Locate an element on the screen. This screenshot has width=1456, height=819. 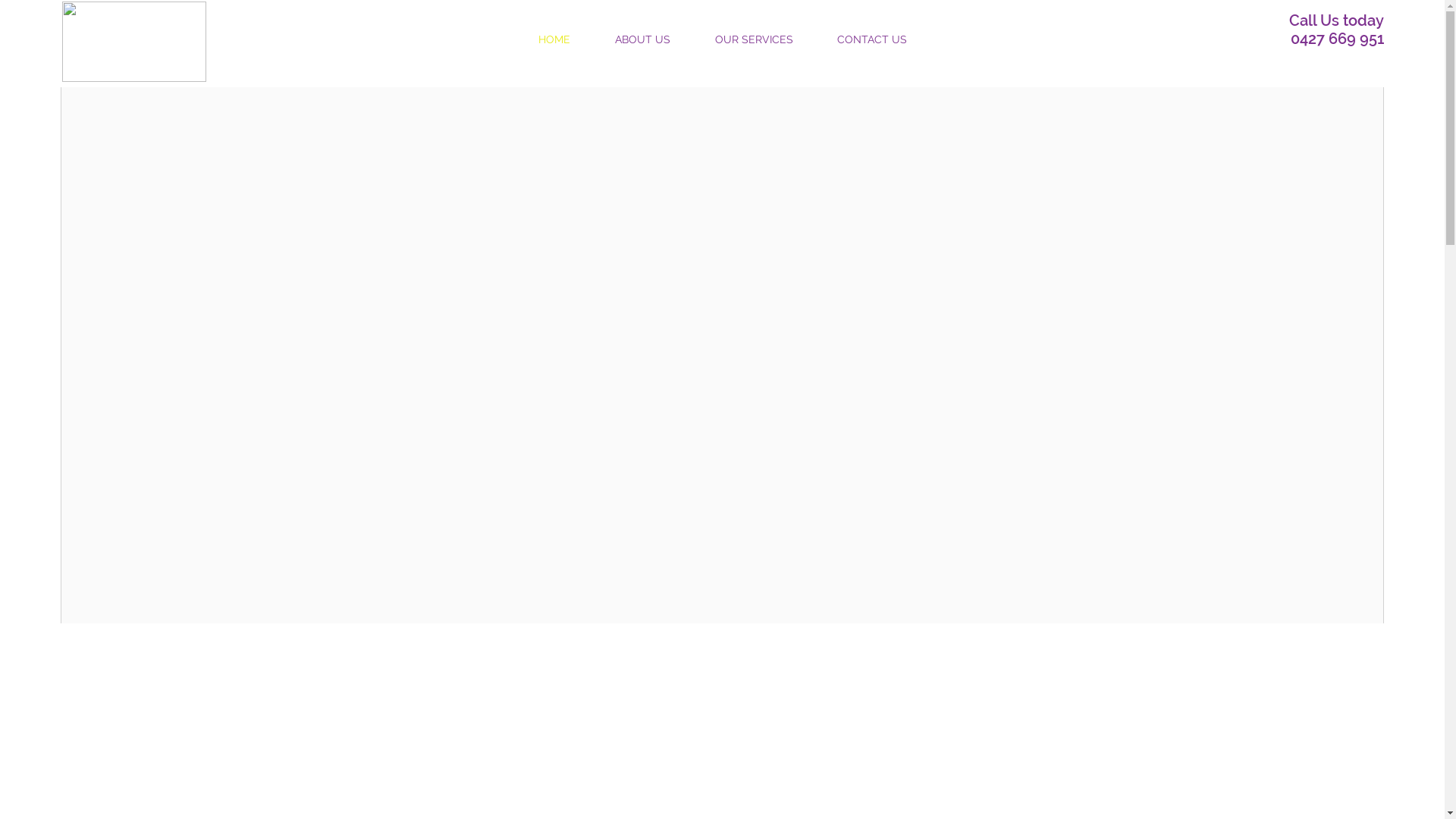
'OUR SERVICES' is located at coordinates (692, 38).